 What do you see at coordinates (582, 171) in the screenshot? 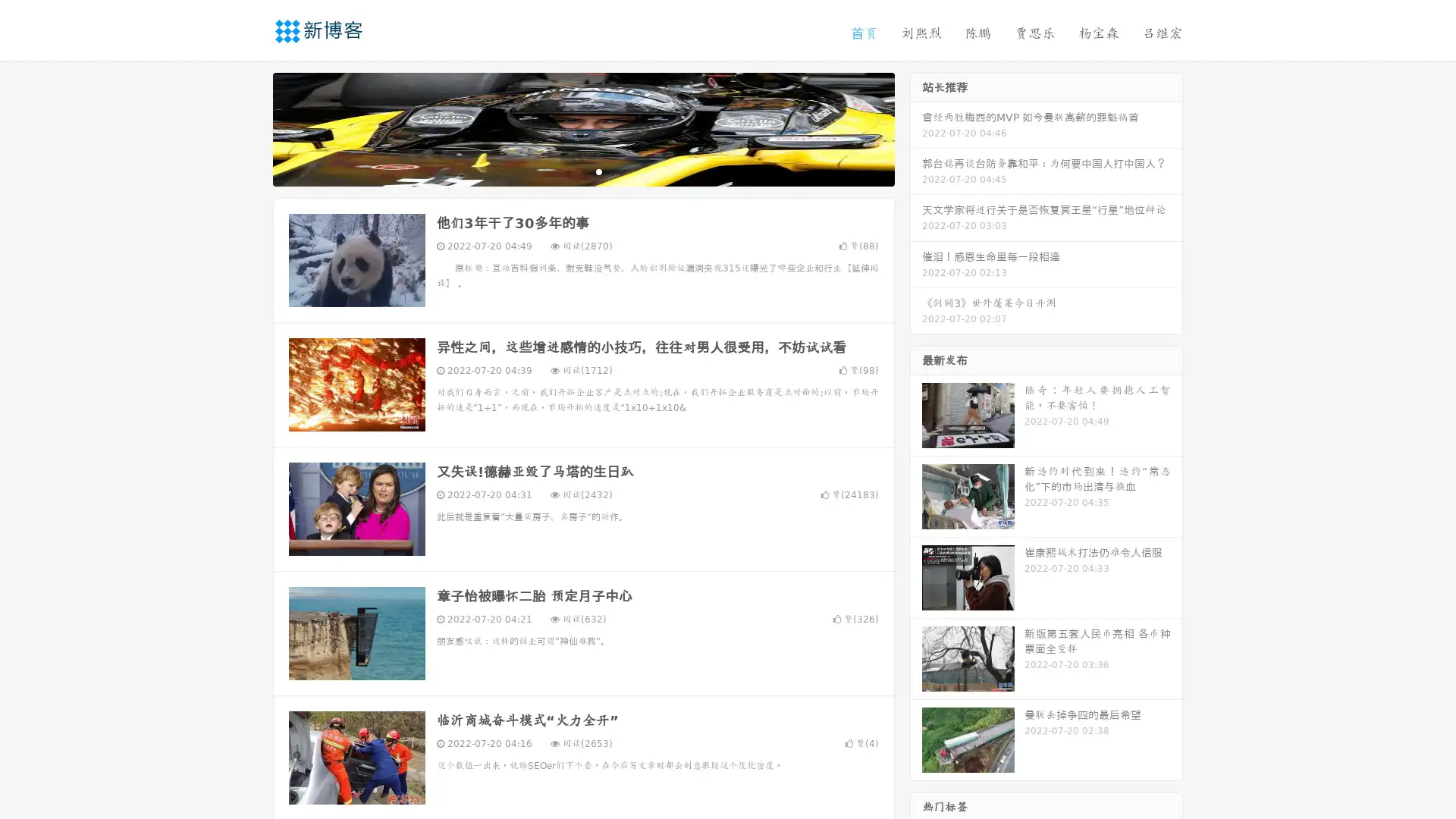
I see `Go to slide 2` at bounding box center [582, 171].